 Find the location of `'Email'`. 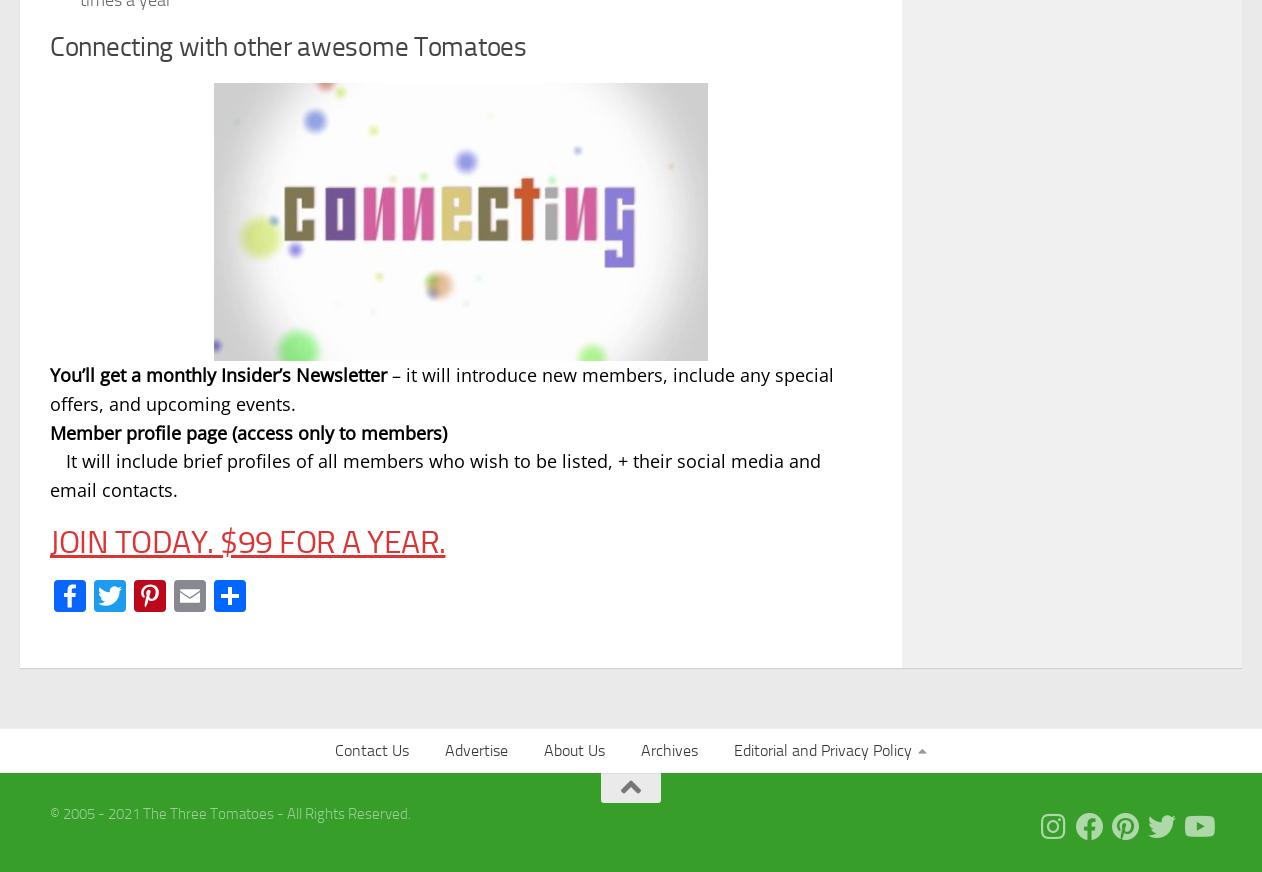

'Email' is located at coordinates (242, 594).